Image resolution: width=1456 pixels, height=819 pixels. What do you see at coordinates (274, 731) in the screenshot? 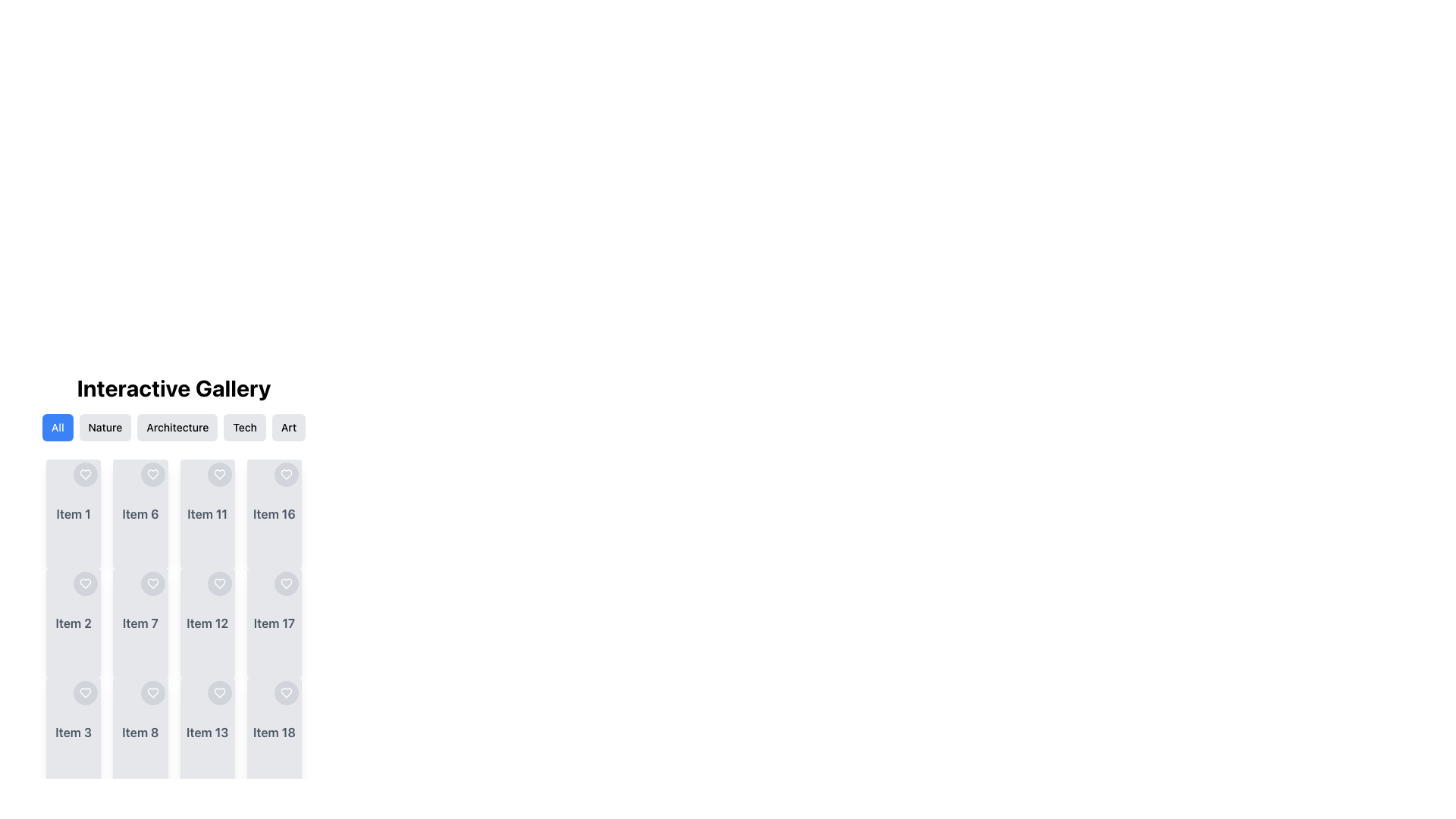
I see `the text label element that reads 'Item 18', styled in gray color and positioned near the bottom center of the card in the fourth column of a grid layout` at bounding box center [274, 731].